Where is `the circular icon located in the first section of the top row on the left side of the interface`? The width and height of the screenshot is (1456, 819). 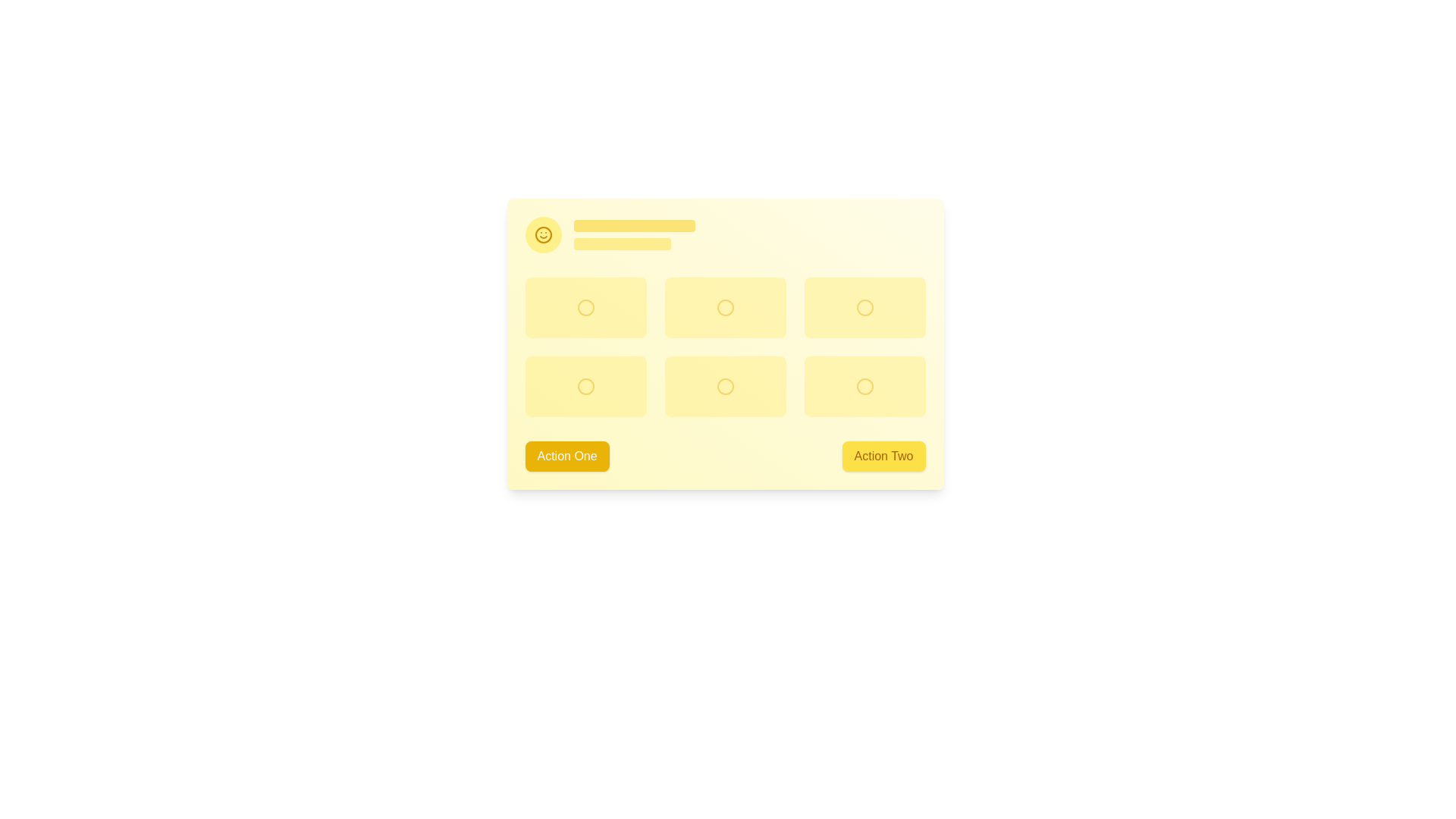 the circular icon located in the first section of the top row on the left side of the interface is located at coordinates (585, 307).